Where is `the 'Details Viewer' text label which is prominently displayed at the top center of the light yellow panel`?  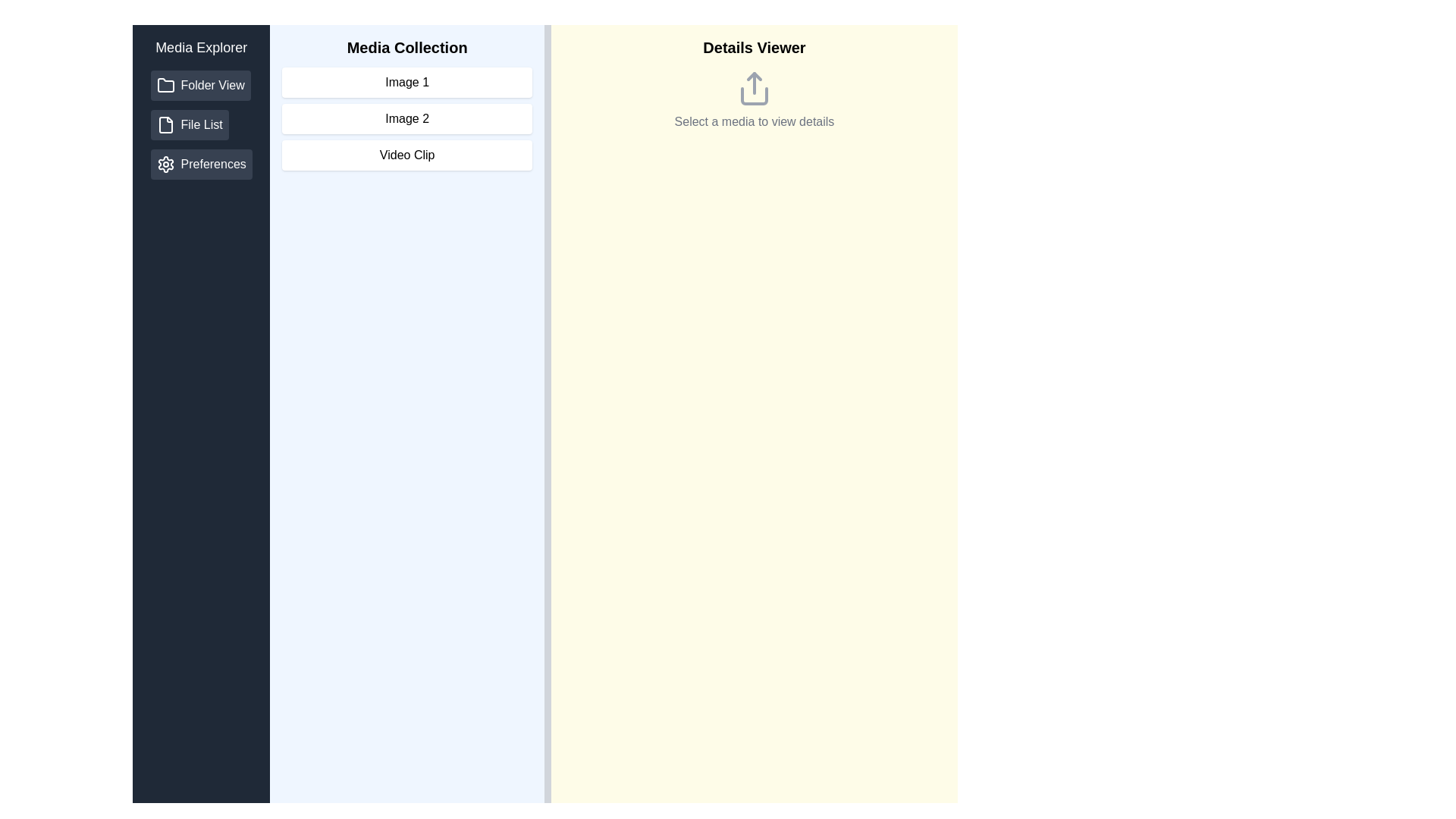 the 'Details Viewer' text label which is prominently displayed at the top center of the light yellow panel is located at coordinates (754, 46).